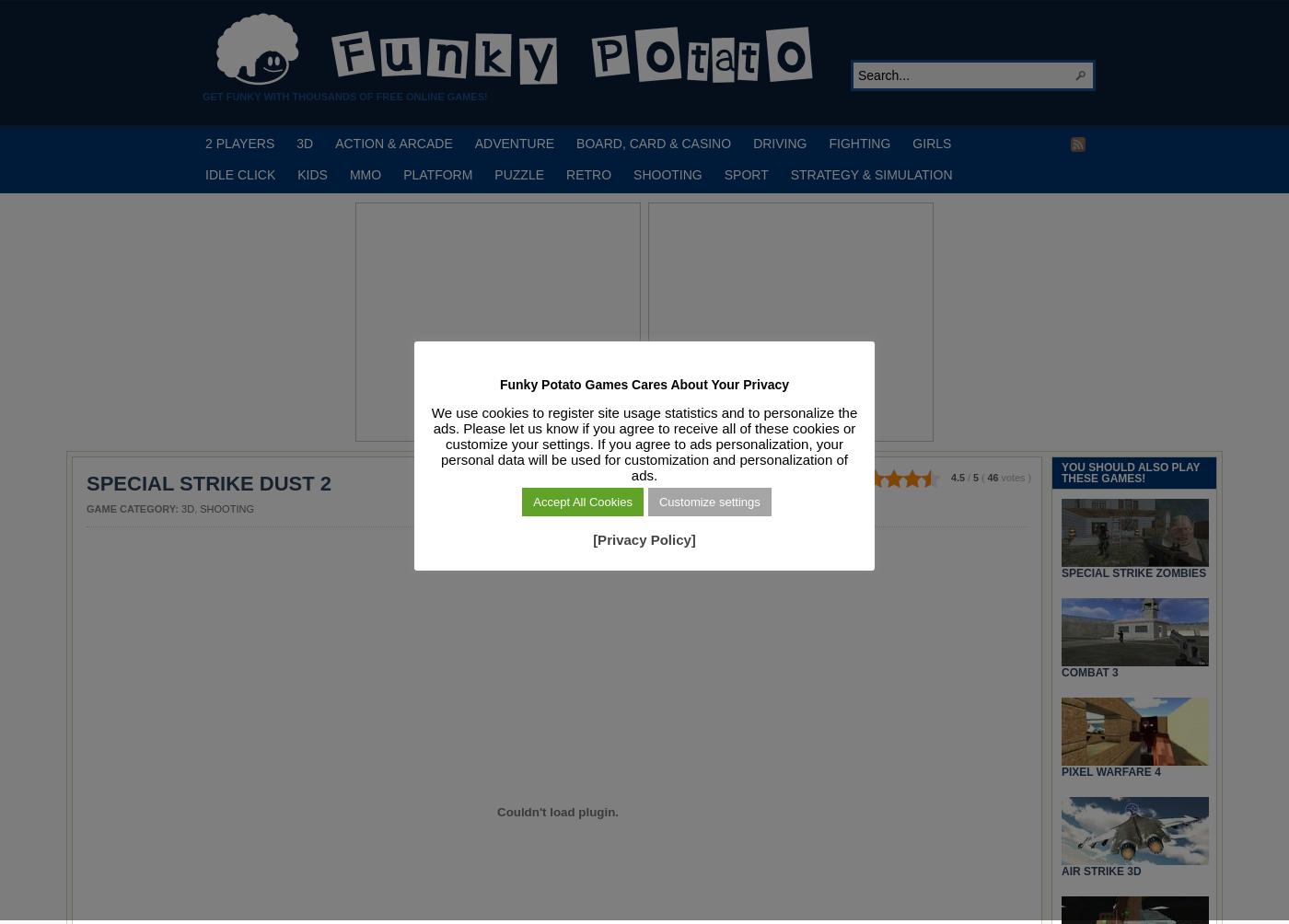  I want to click on 'AIR STRIKE 3D', so click(1101, 869).